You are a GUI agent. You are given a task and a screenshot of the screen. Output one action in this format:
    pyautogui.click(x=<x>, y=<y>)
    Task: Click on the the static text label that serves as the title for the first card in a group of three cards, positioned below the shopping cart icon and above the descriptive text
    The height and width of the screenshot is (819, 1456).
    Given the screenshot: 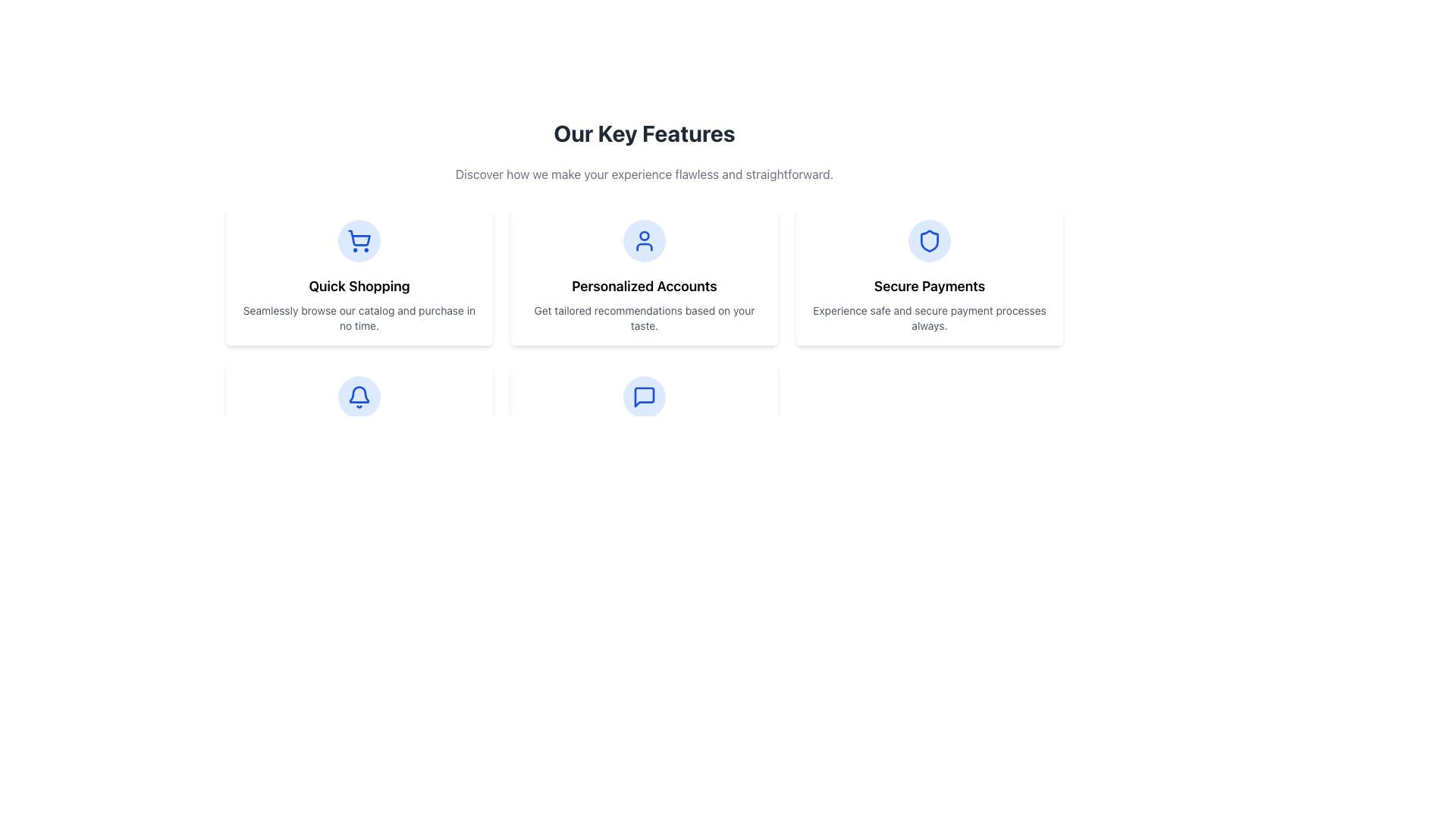 What is the action you would take?
    pyautogui.click(x=359, y=287)
    